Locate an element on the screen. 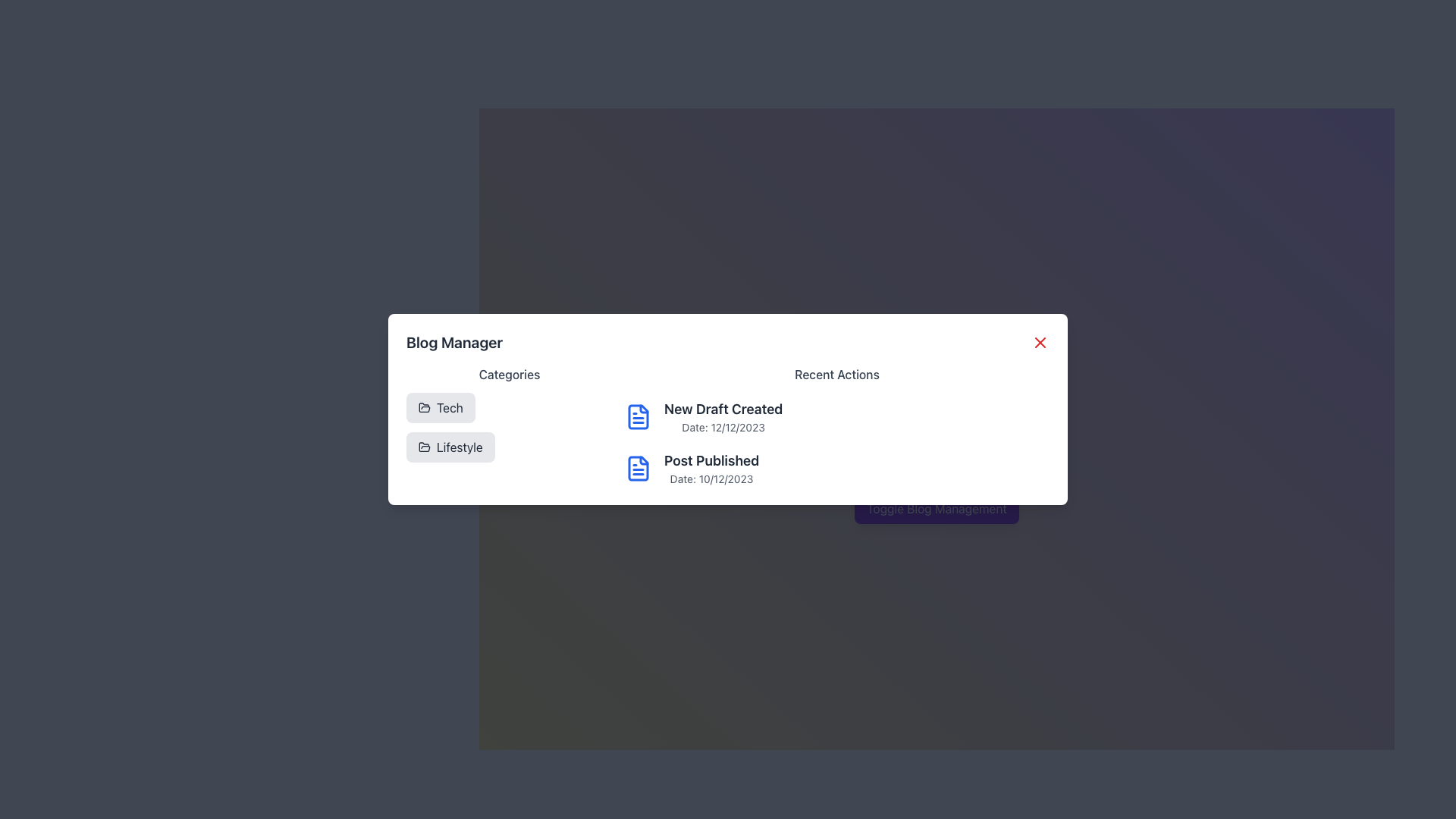  text of the Text Label indicating a recent action of publishing a post, located in the right-hand column under 'Recent Actions' is located at coordinates (711, 460).